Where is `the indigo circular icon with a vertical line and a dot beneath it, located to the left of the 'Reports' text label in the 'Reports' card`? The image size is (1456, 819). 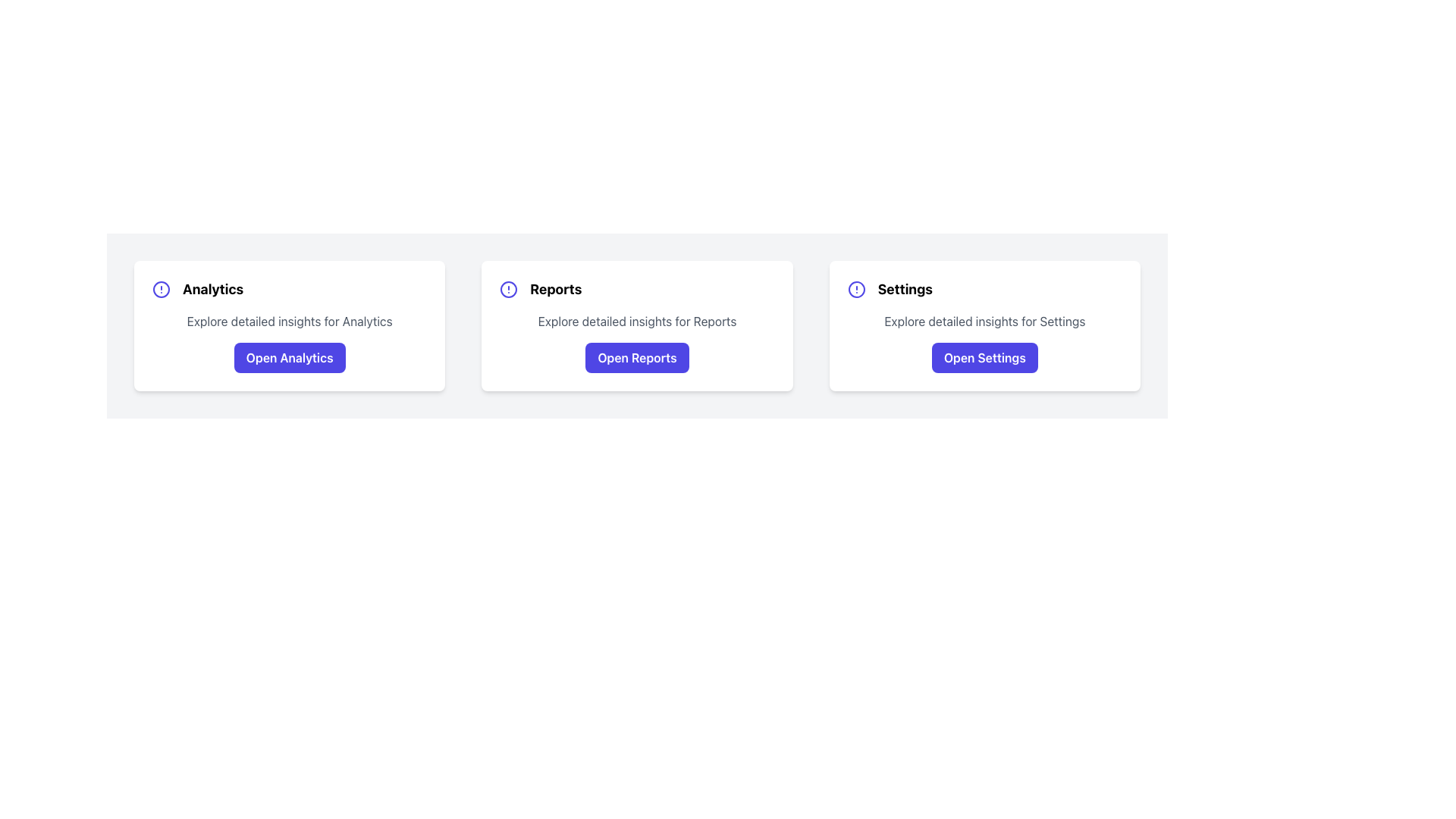
the indigo circular icon with a vertical line and a dot beneath it, located to the left of the 'Reports' text label in the 'Reports' card is located at coordinates (509, 289).